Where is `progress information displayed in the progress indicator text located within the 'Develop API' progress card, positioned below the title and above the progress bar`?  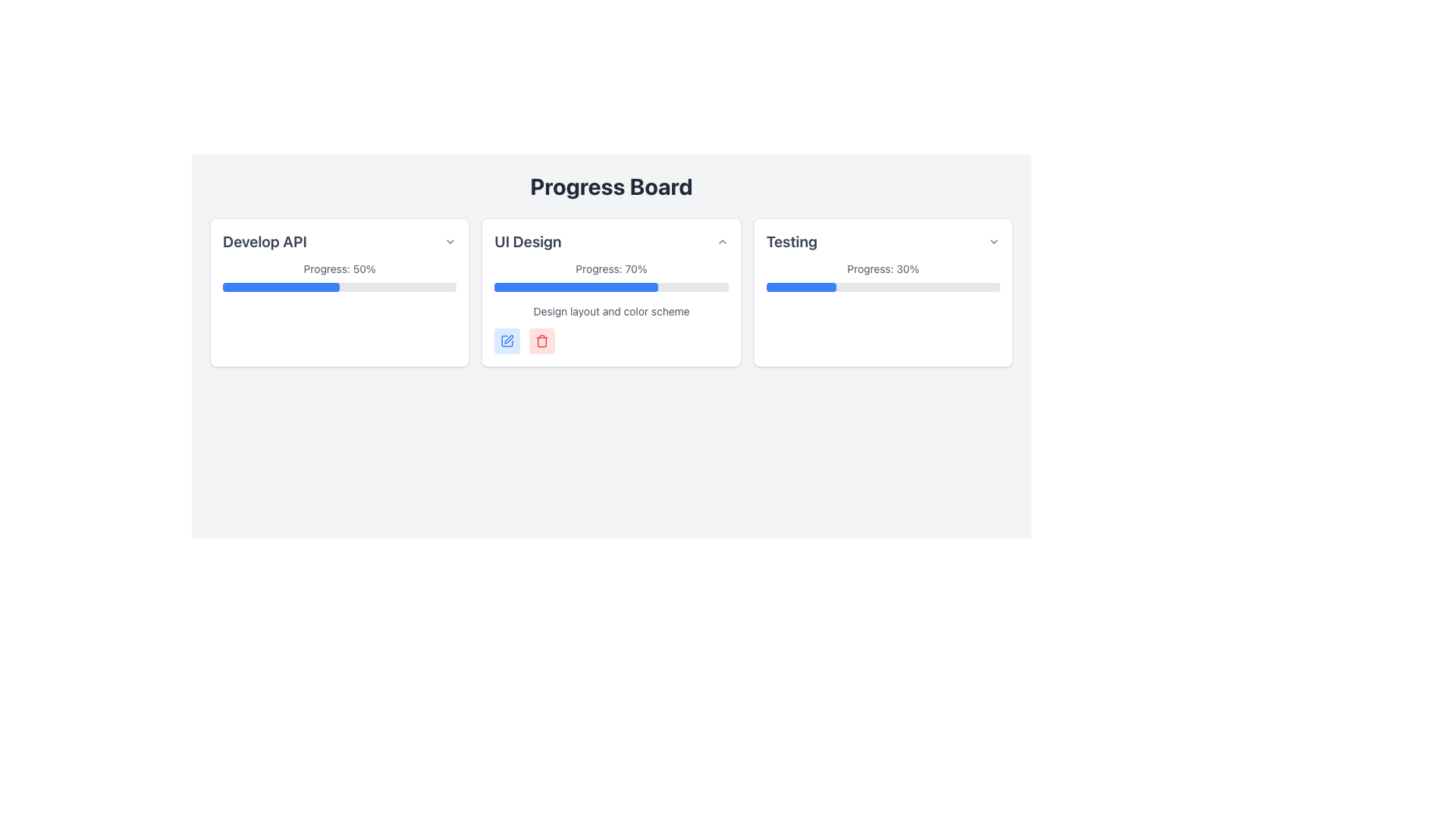 progress information displayed in the progress indicator text located within the 'Develop API' progress card, positioned below the title and above the progress bar is located at coordinates (339, 268).